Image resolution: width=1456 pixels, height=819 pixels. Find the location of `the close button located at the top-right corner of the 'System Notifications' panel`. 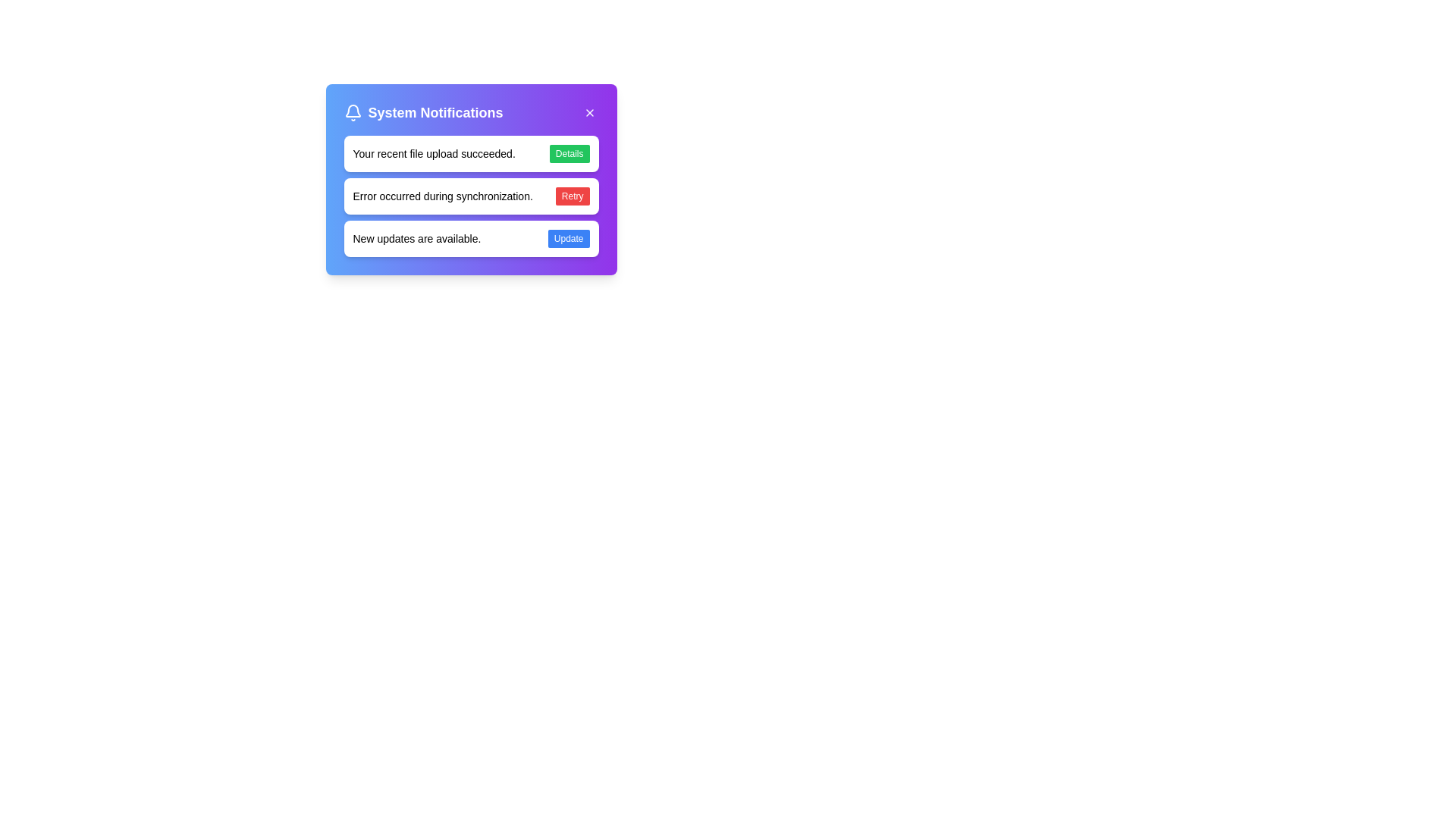

the close button located at the top-right corner of the 'System Notifications' panel is located at coordinates (588, 112).